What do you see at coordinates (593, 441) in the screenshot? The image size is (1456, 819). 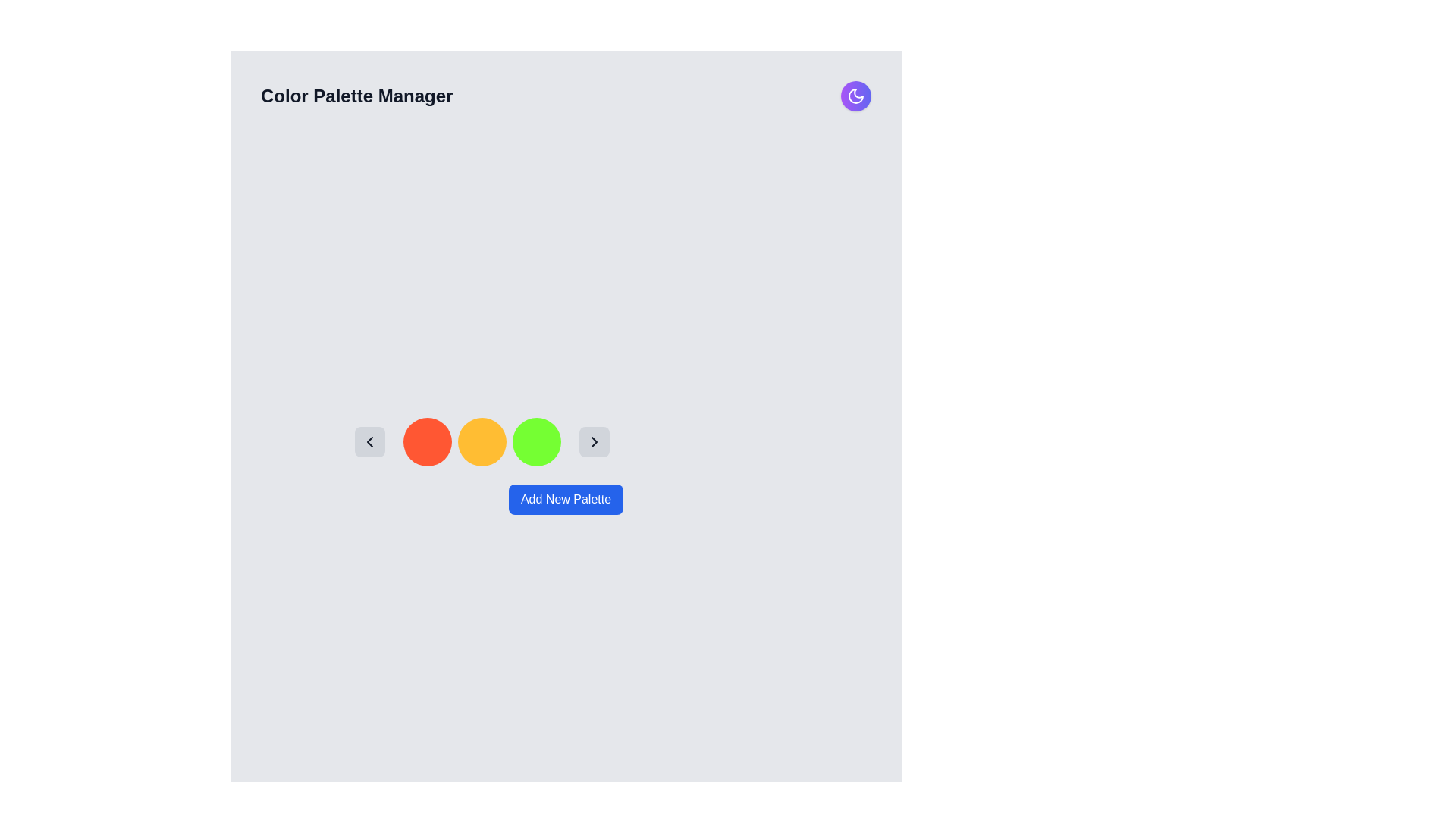 I see `the icon button located at the rightmost position of the navigation control` at bounding box center [593, 441].